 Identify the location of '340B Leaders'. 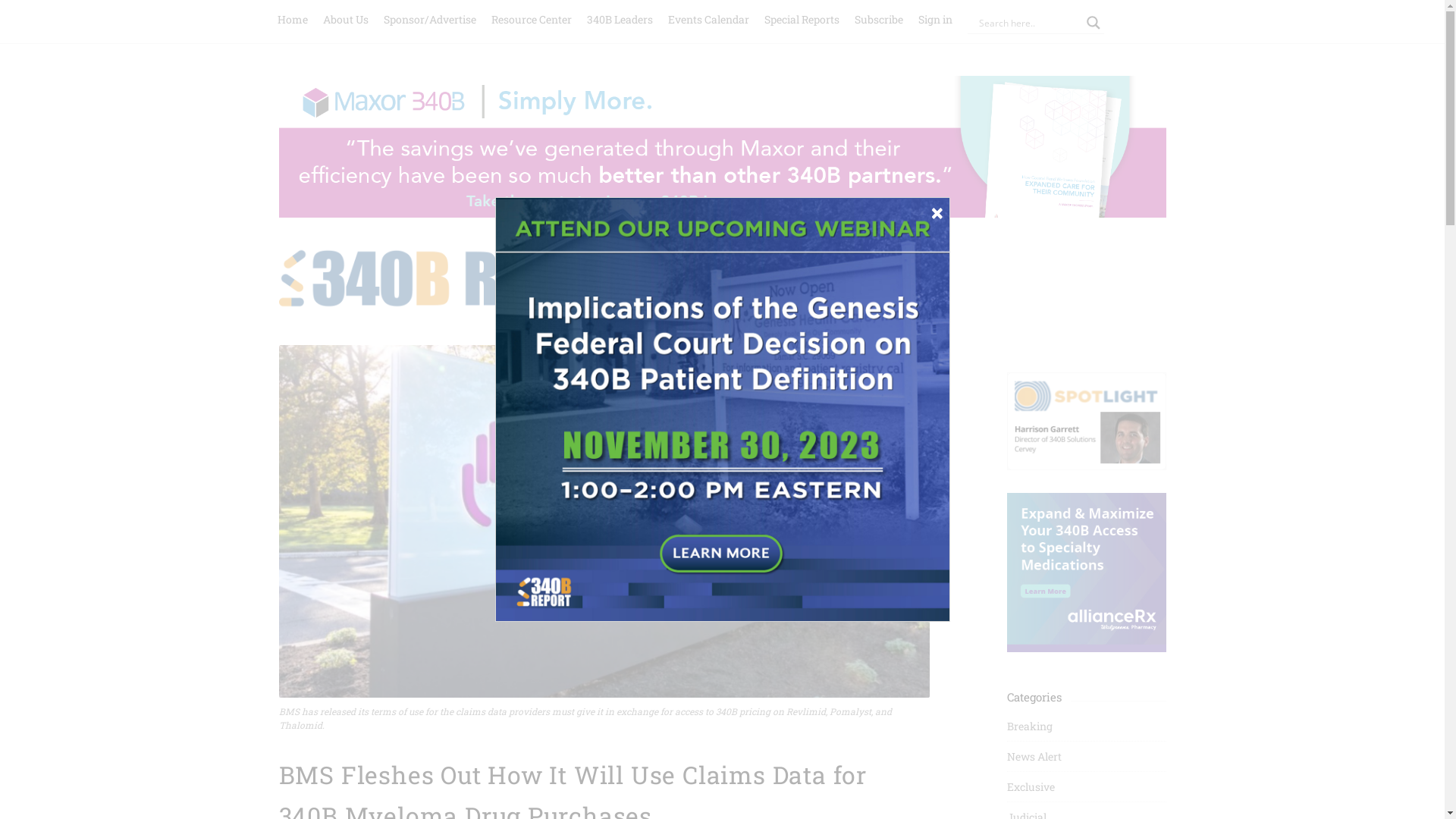
(578, 18).